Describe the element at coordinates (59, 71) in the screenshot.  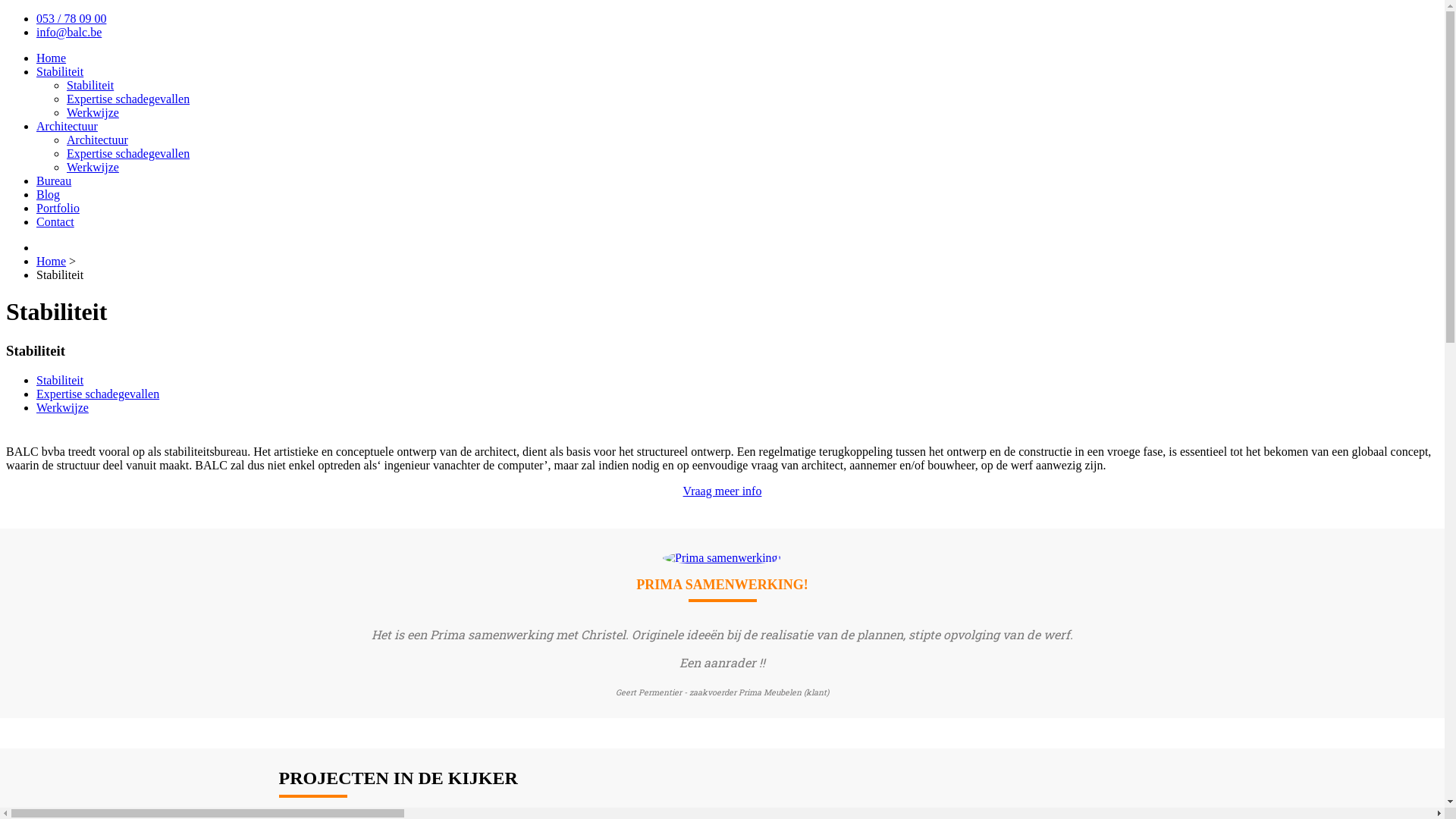
I see `'Stabiliteit'` at that location.